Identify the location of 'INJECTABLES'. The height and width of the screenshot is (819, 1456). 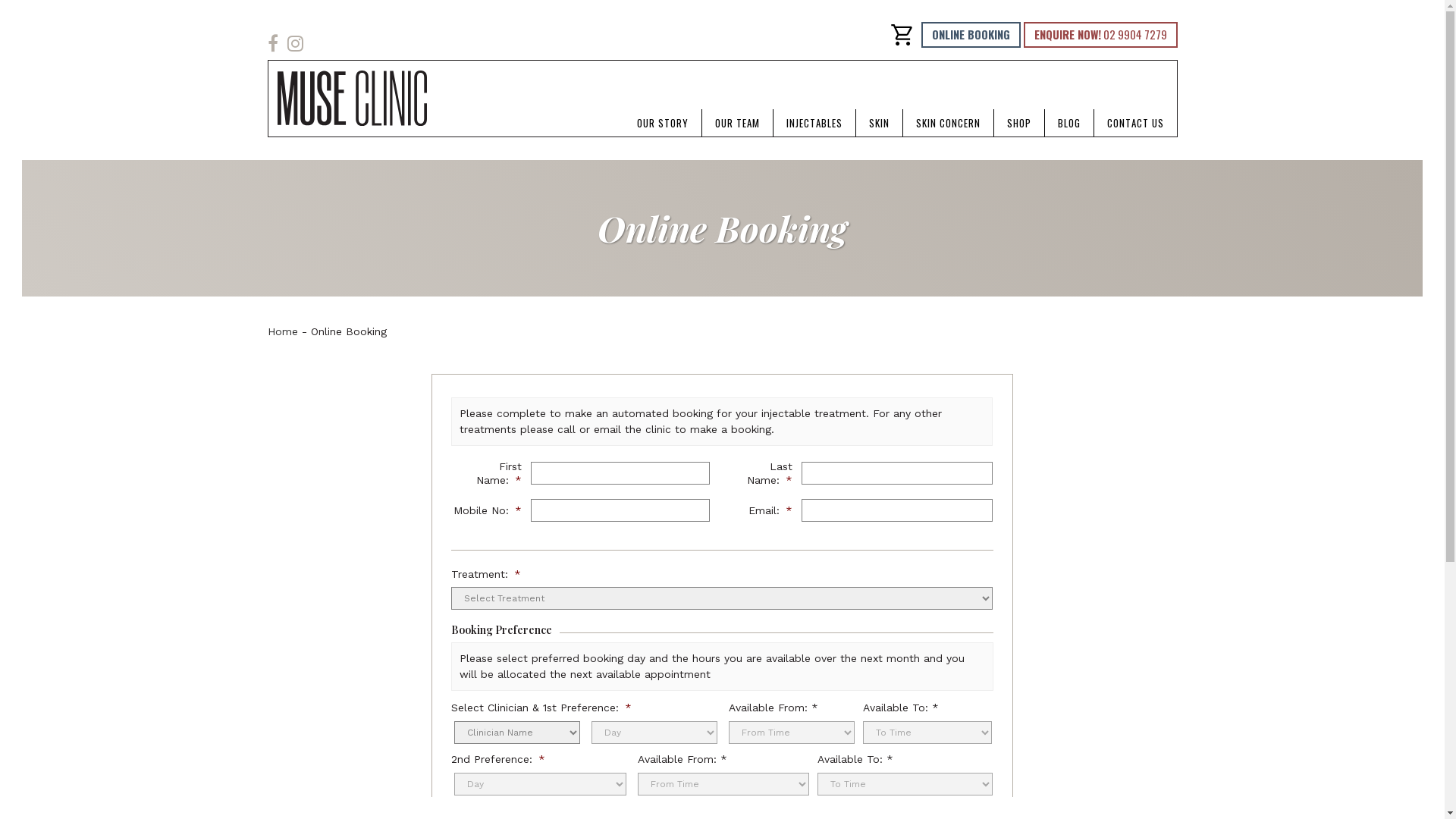
(814, 122).